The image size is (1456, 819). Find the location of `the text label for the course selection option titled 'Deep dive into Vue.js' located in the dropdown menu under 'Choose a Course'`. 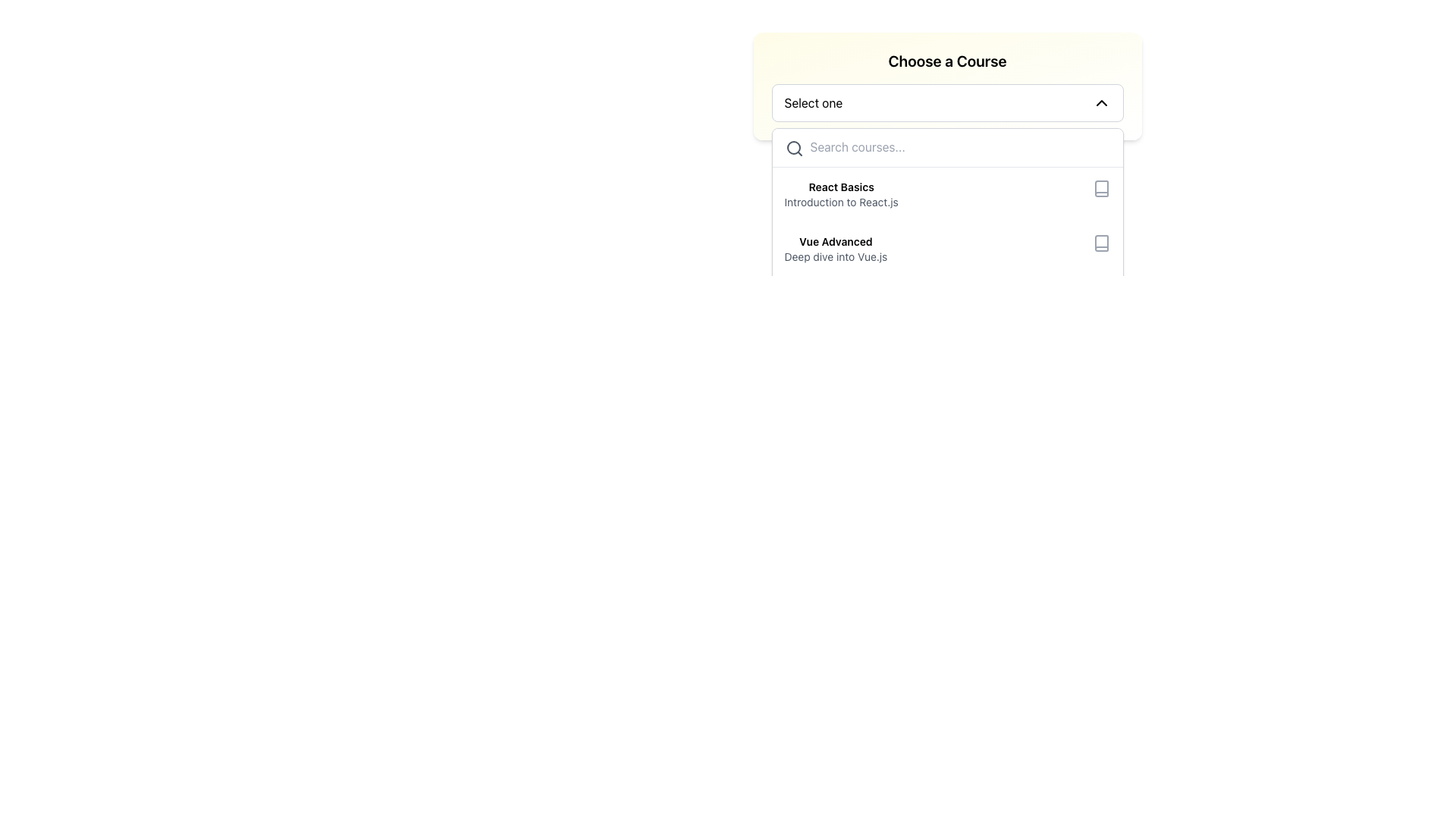

the text label for the course selection option titled 'Deep dive into Vue.js' located in the dropdown menu under 'Choose a Course' is located at coordinates (835, 240).